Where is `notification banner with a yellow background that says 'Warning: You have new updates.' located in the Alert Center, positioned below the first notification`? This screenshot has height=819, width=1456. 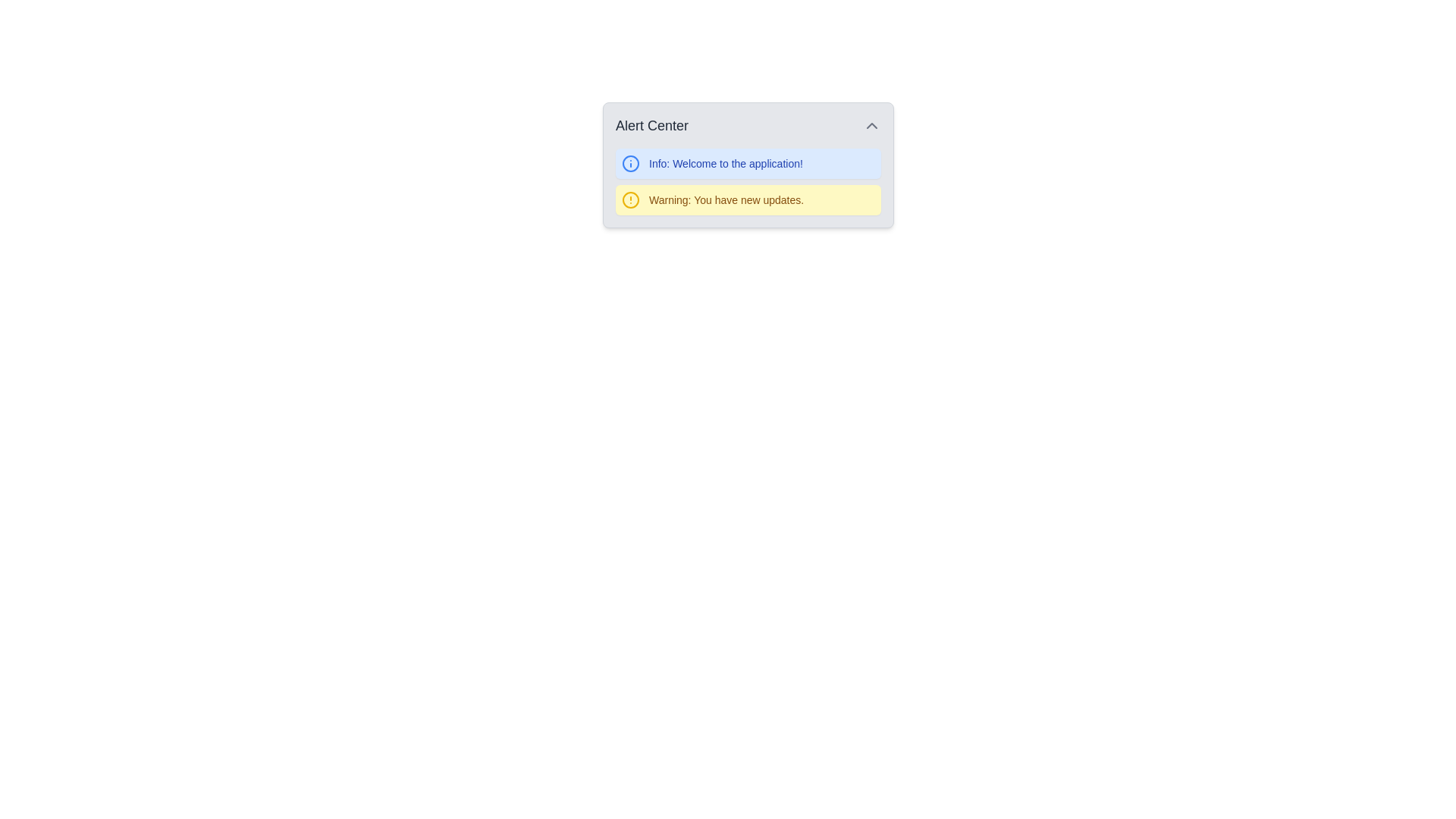
notification banner with a yellow background that says 'Warning: You have new updates.' located in the Alert Center, positioned below the first notification is located at coordinates (748, 199).